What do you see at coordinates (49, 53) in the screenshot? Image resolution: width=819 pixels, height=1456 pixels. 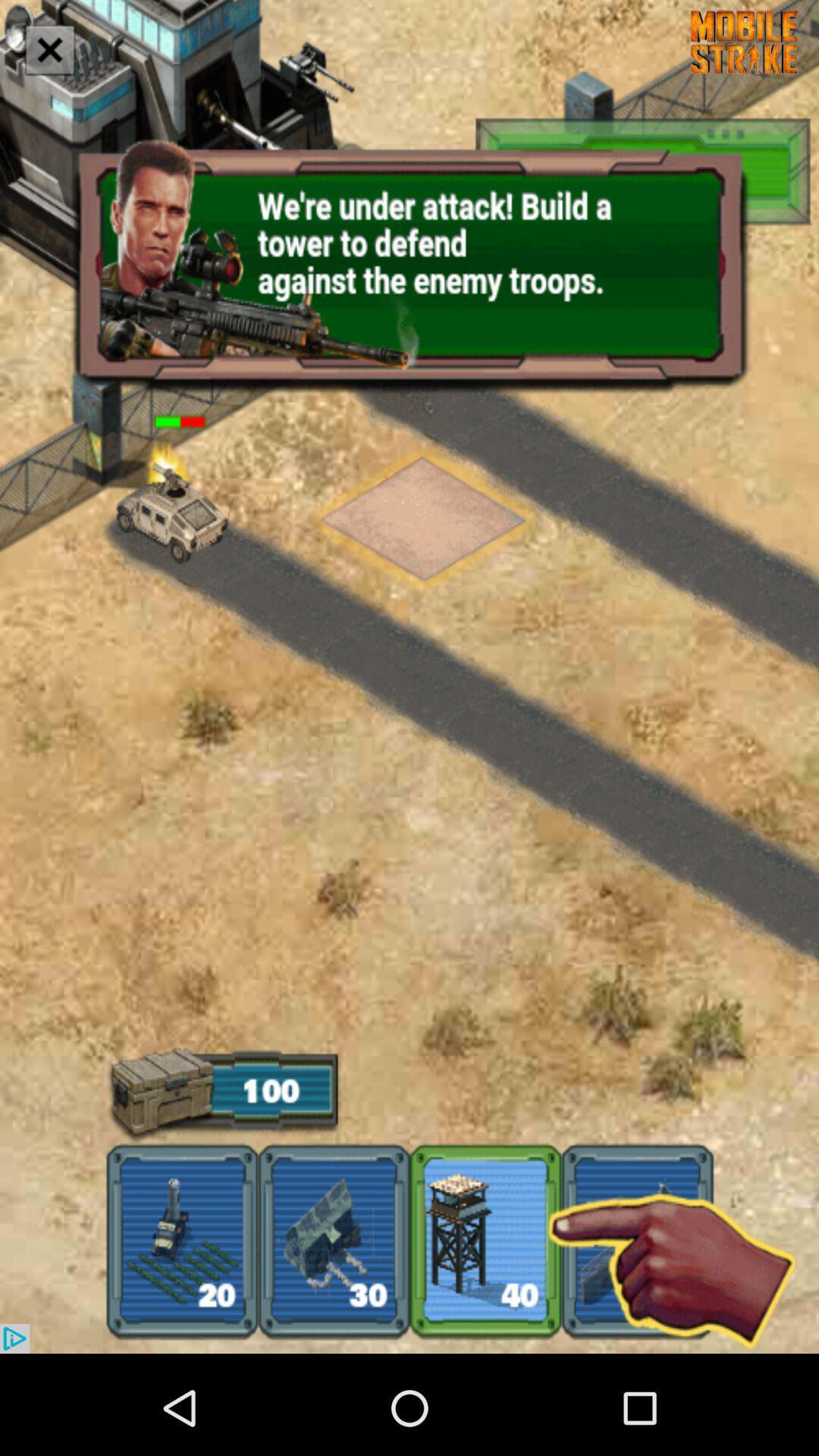 I see `the close icon` at bounding box center [49, 53].